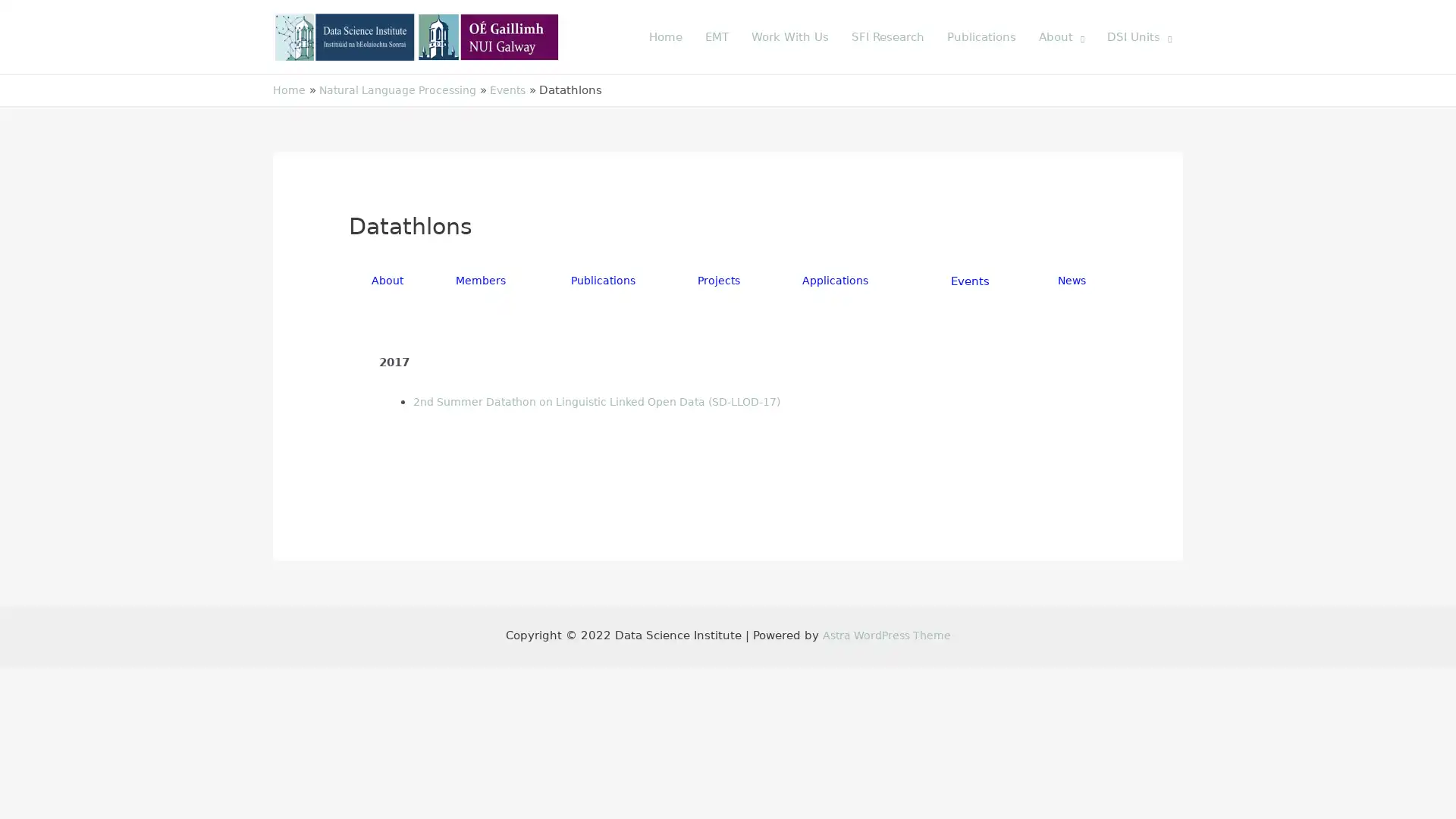  I want to click on Events, so click(971, 281).